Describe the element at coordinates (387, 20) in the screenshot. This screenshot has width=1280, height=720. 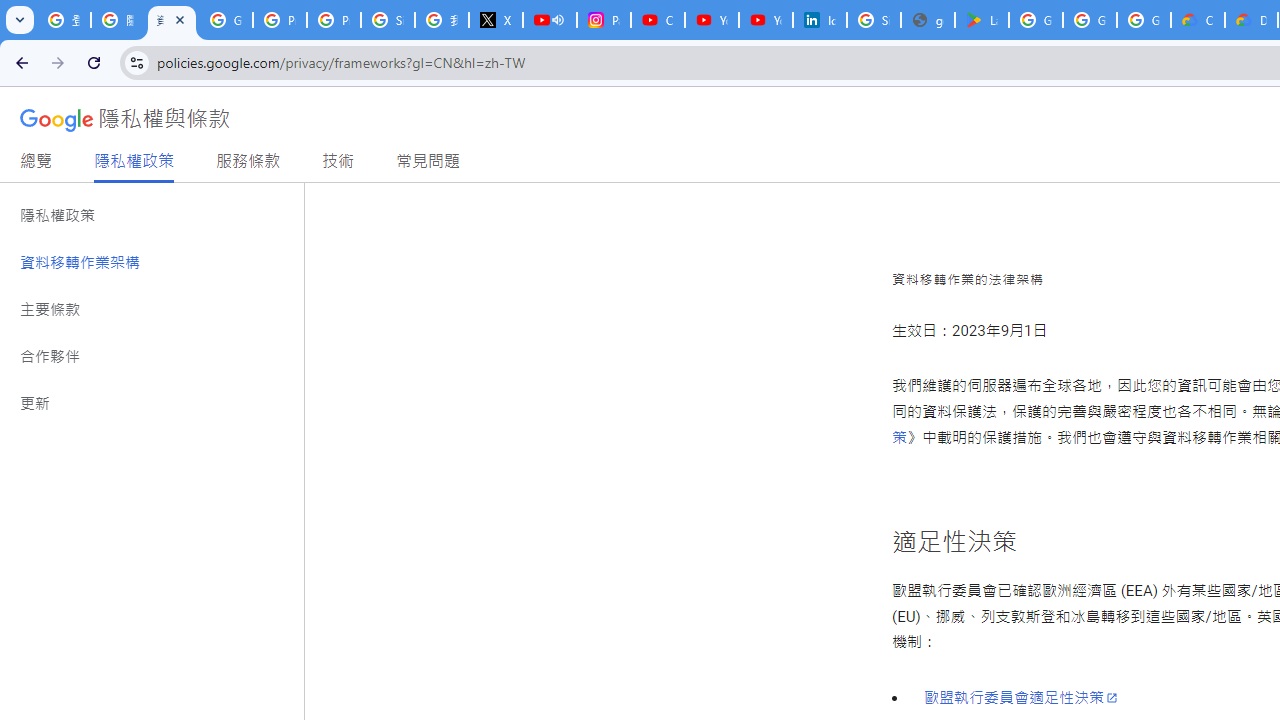
I see `'Sign in - Google Accounts'` at that location.